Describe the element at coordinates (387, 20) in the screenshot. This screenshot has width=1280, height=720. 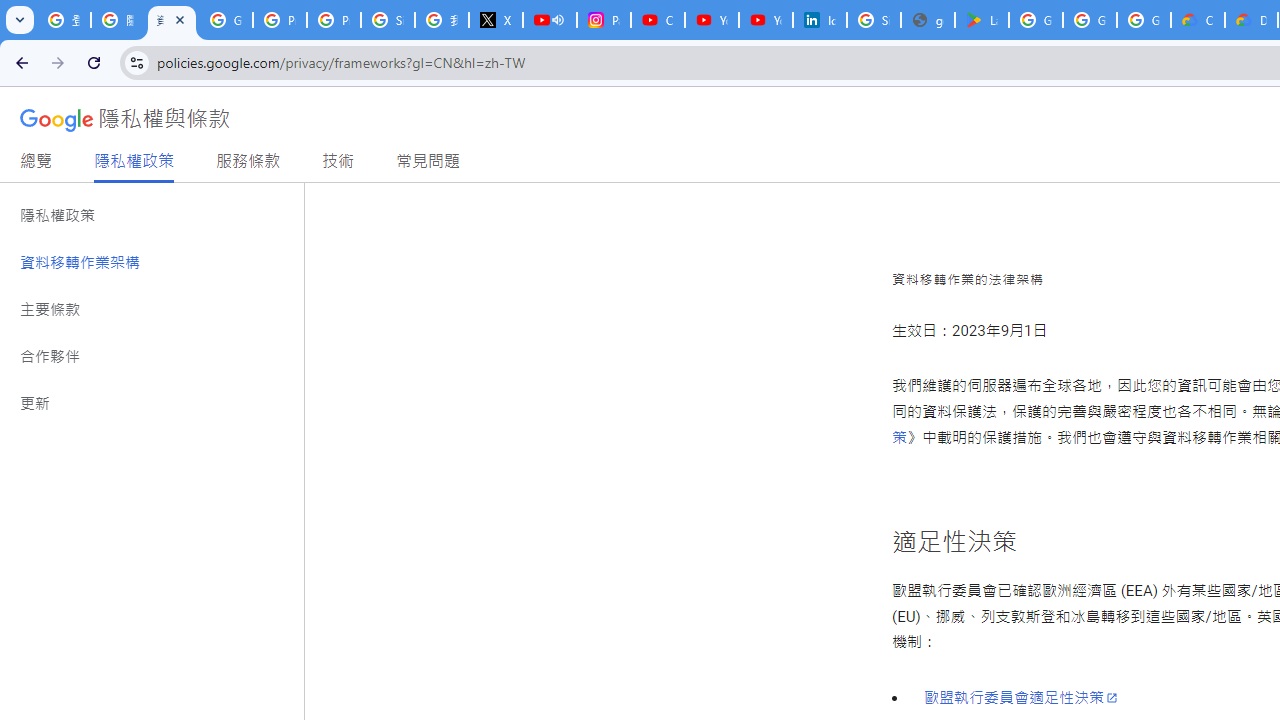
I see `'Sign in - Google Accounts'` at that location.